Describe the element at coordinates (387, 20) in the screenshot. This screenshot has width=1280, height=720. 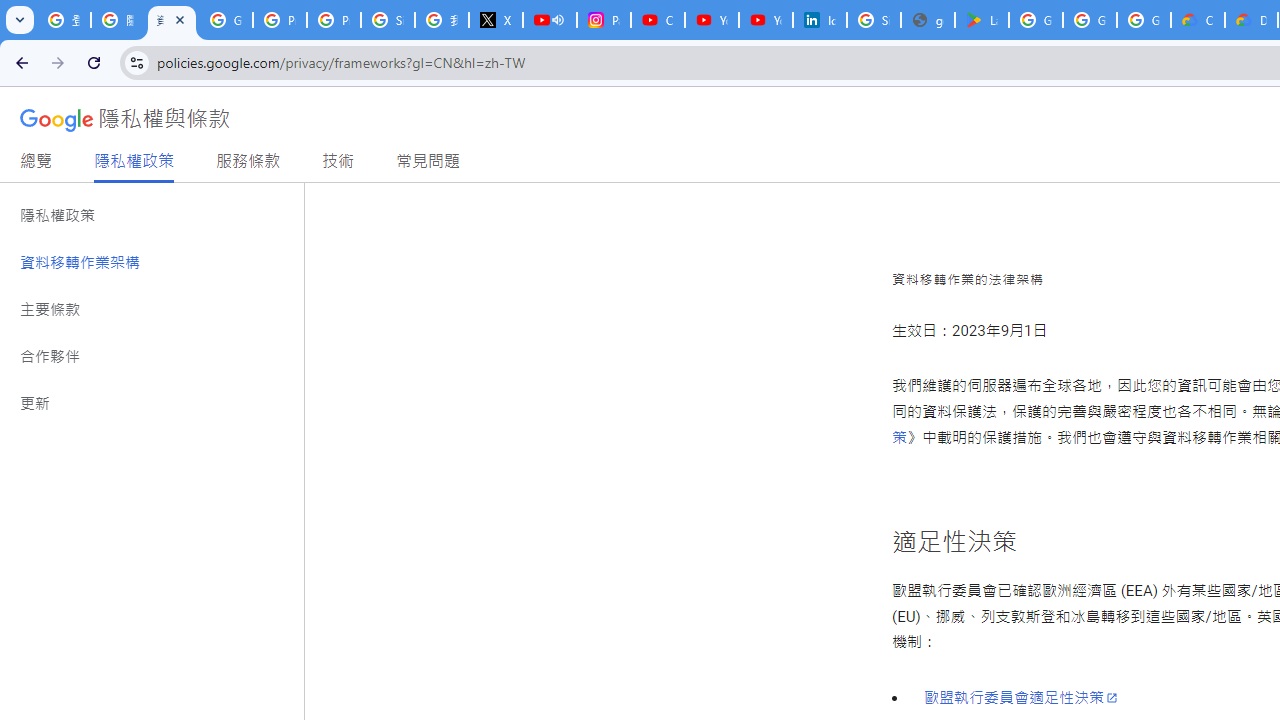
I see `'Sign in - Google Accounts'` at that location.